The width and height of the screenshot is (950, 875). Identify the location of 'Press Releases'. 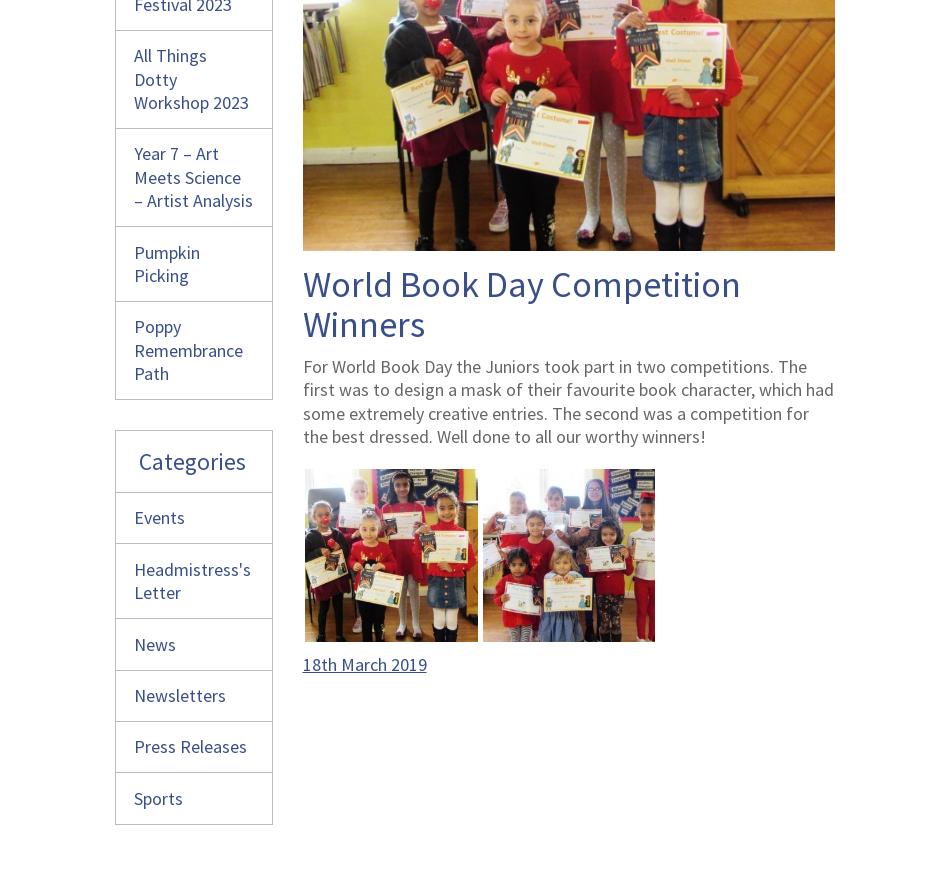
(190, 746).